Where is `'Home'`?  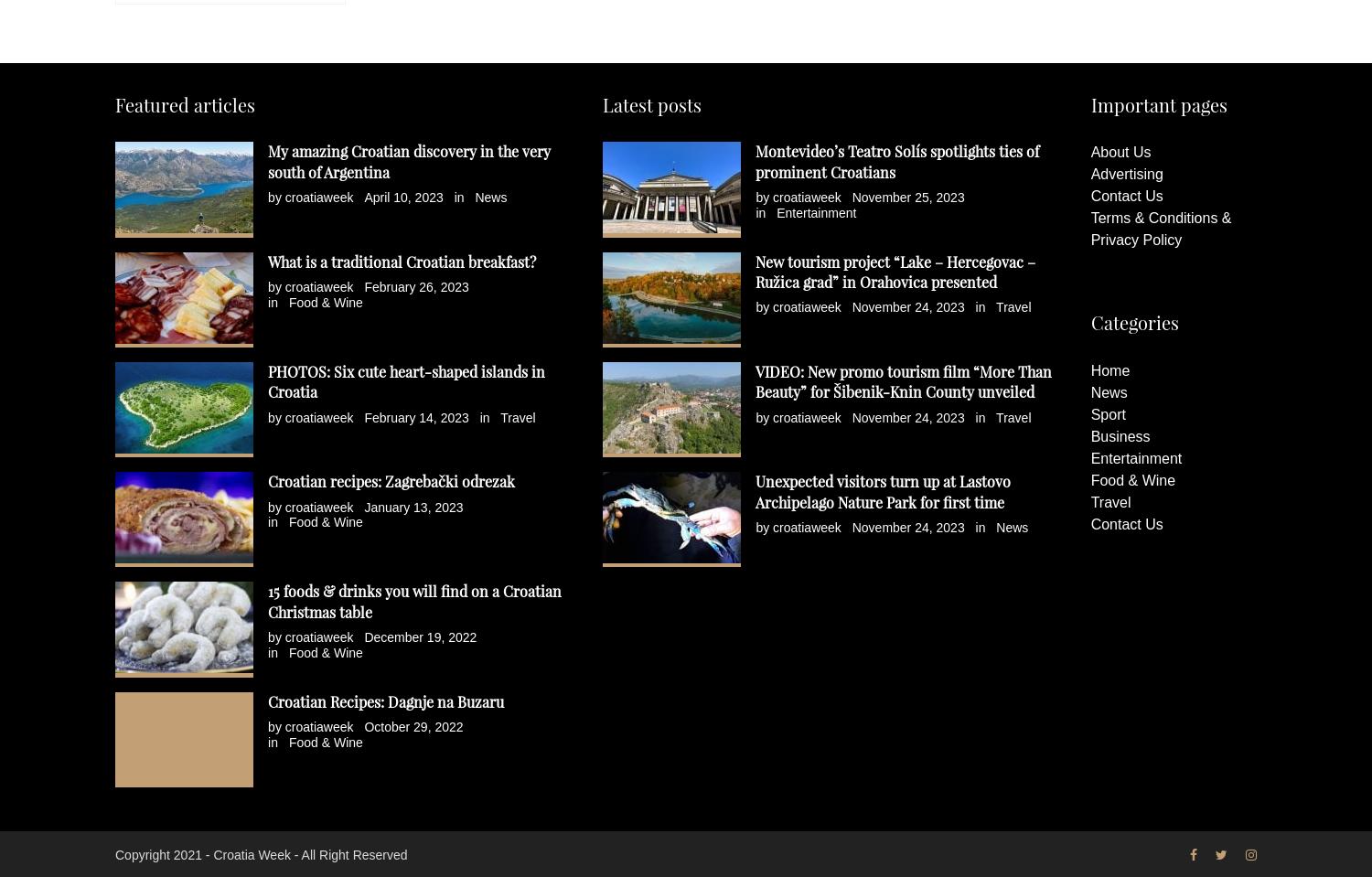
'Home' is located at coordinates (1089, 370).